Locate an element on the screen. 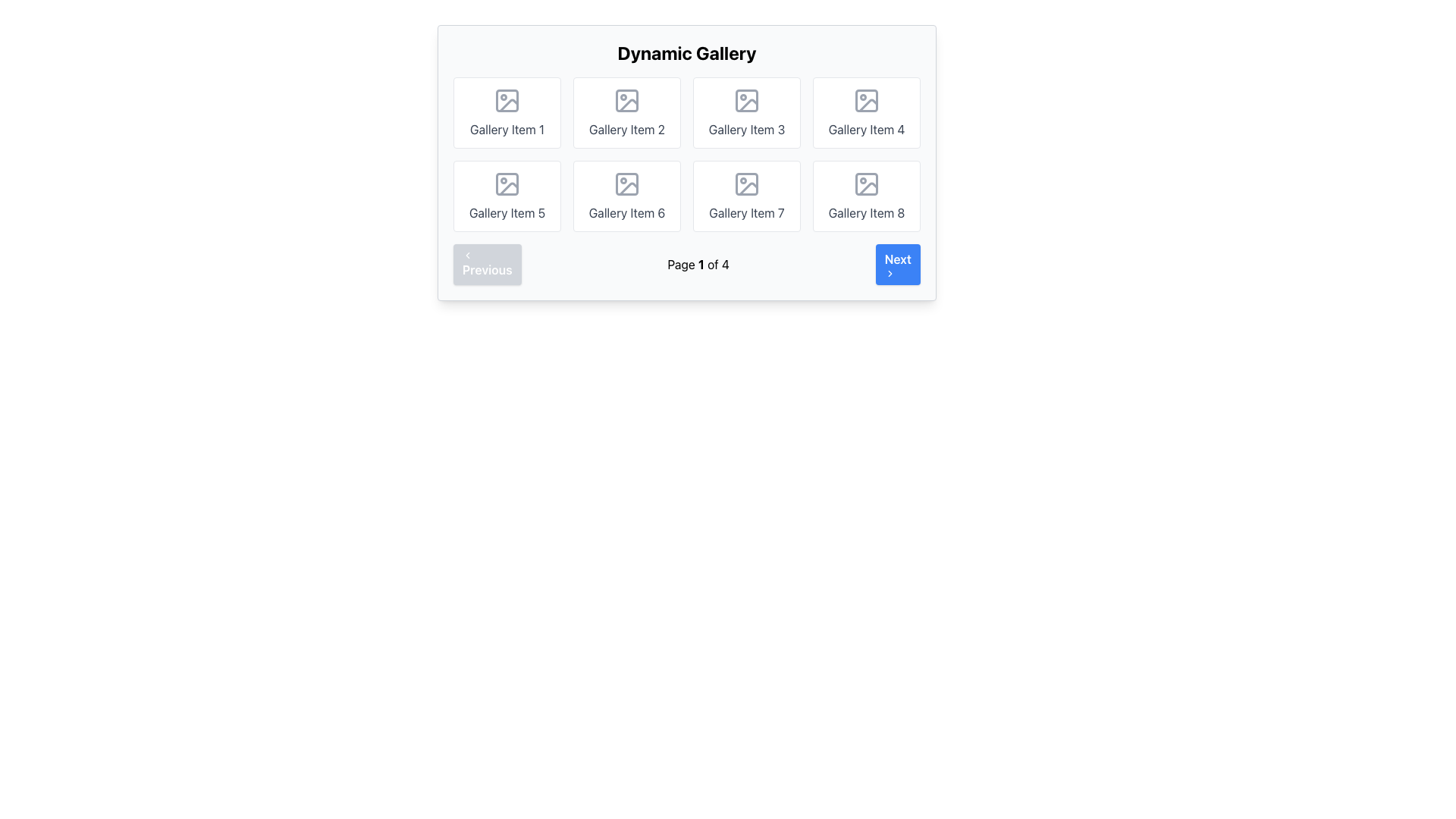 The height and width of the screenshot is (819, 1456). label of the Text label that identifies the second gallery item in the grid, positioned under the second gallery item in the first row is located at coordinates (626, 128).